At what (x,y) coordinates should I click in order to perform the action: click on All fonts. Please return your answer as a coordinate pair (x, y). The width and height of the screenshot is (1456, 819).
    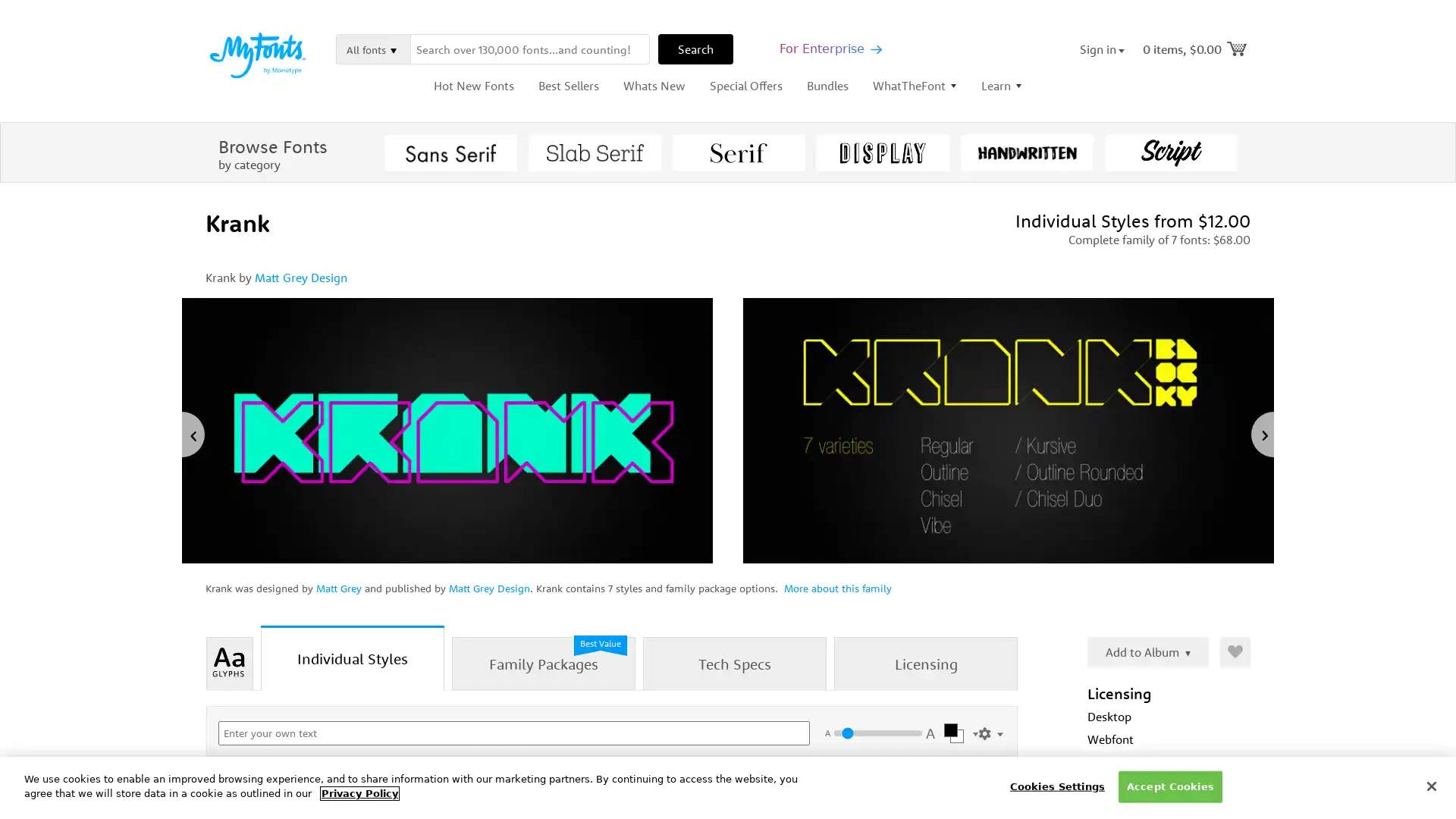
    Looking at the image, I should click on (373, 49).